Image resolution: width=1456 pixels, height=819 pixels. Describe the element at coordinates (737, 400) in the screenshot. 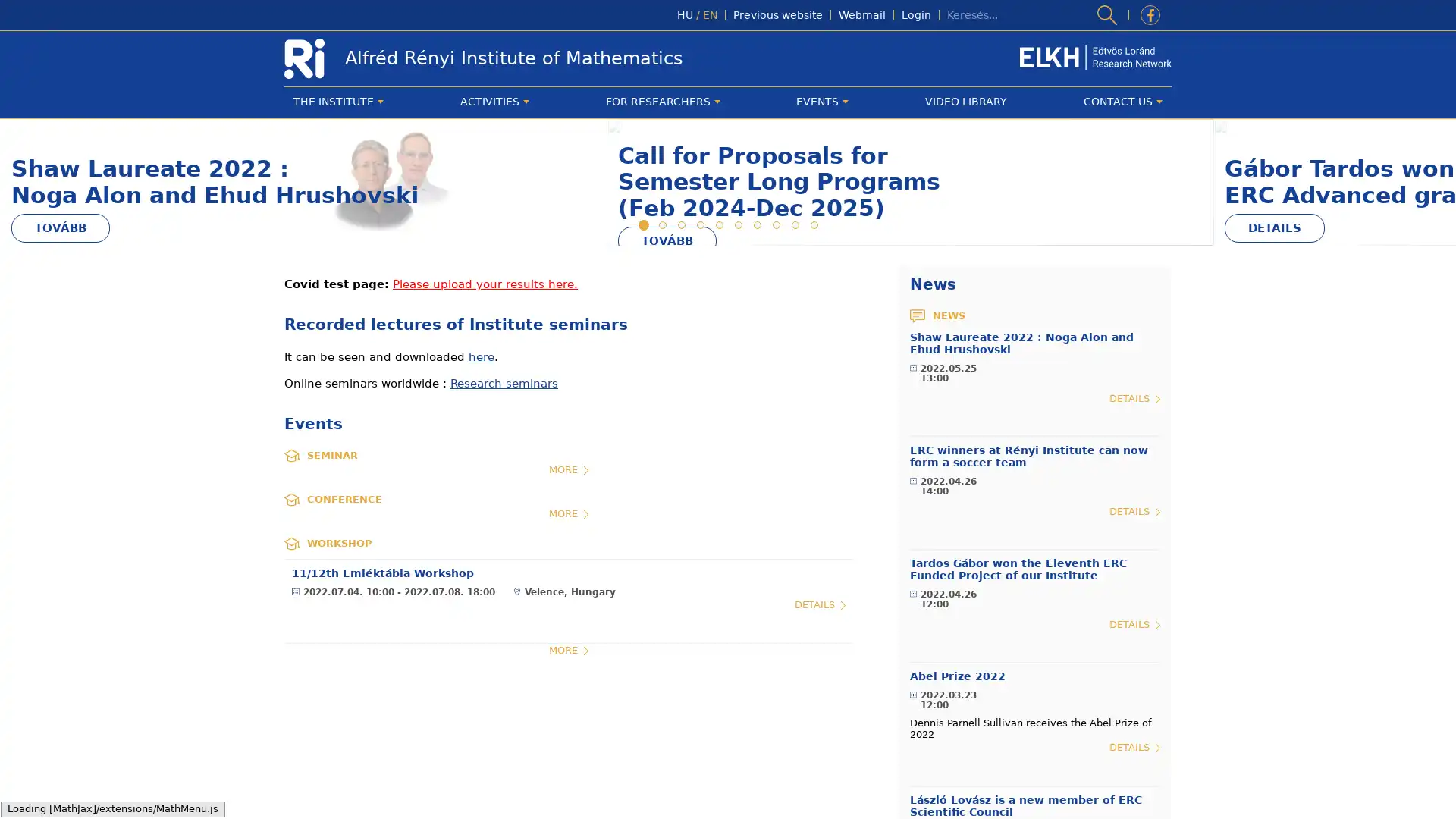

I see `6` at that location.